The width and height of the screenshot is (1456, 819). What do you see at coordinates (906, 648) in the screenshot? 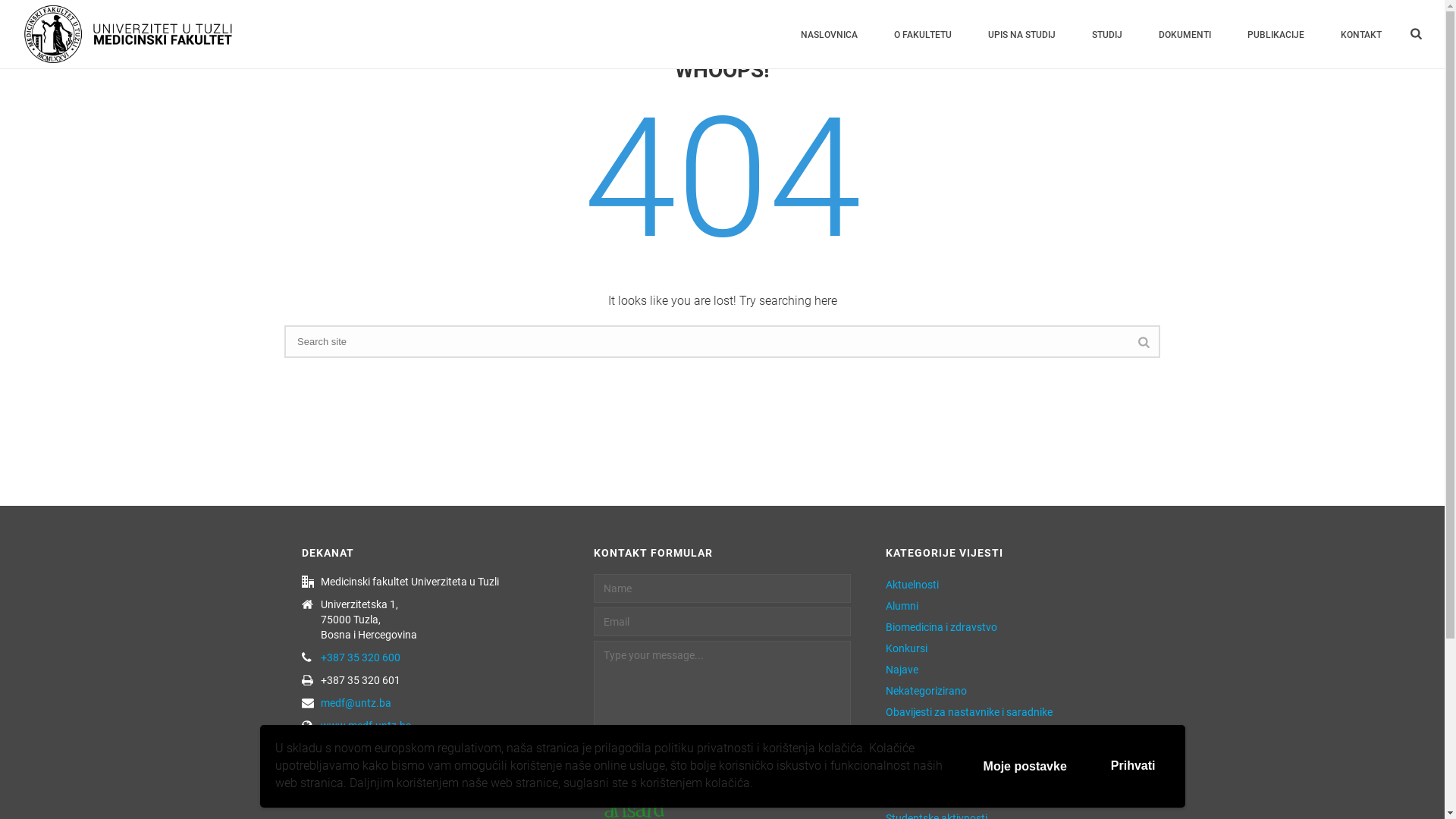
I see `'Konkursi'` at bounding box center [906, 648].